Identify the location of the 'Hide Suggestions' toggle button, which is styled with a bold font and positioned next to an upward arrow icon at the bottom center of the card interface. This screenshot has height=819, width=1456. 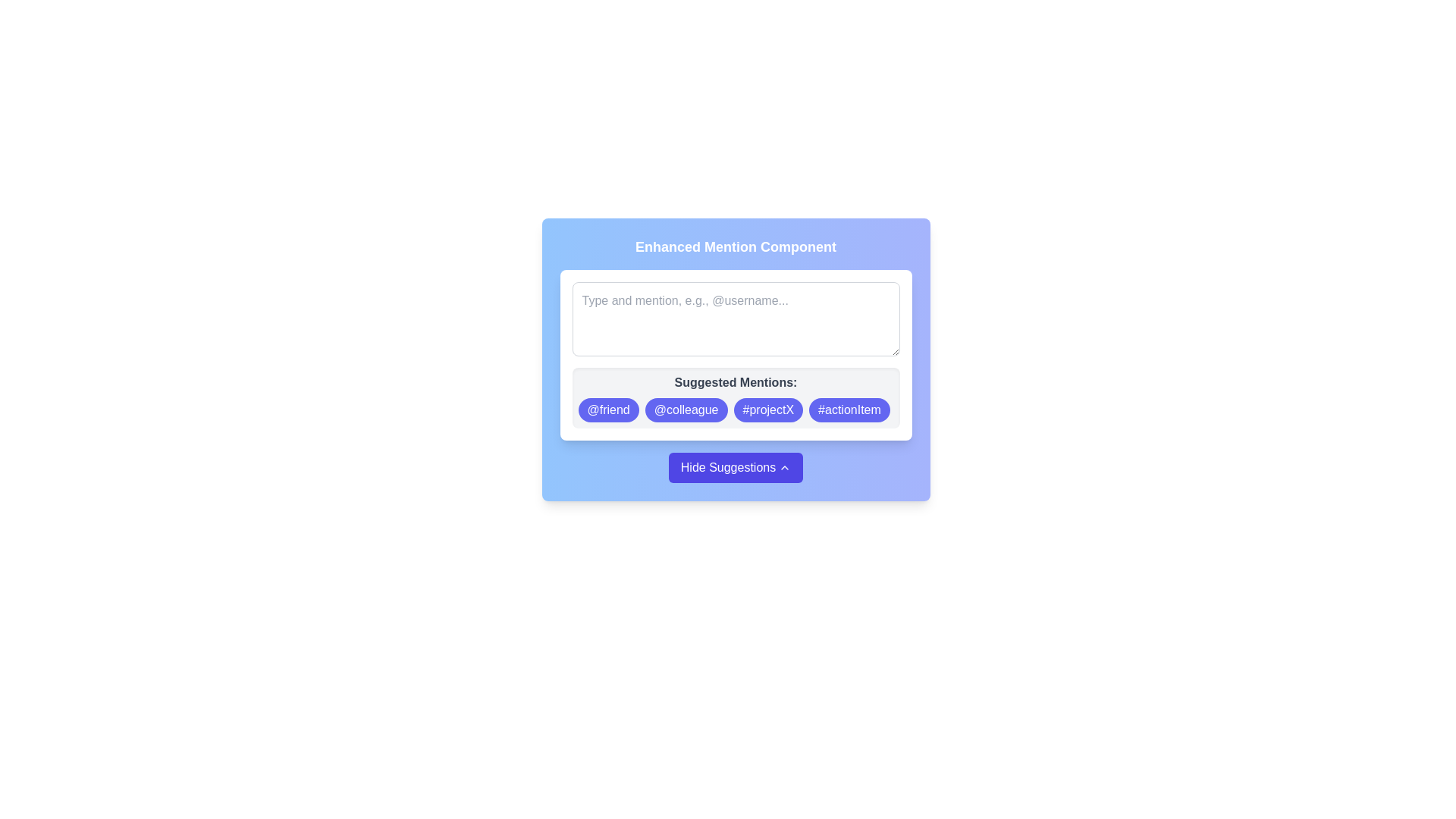
(736, 467).